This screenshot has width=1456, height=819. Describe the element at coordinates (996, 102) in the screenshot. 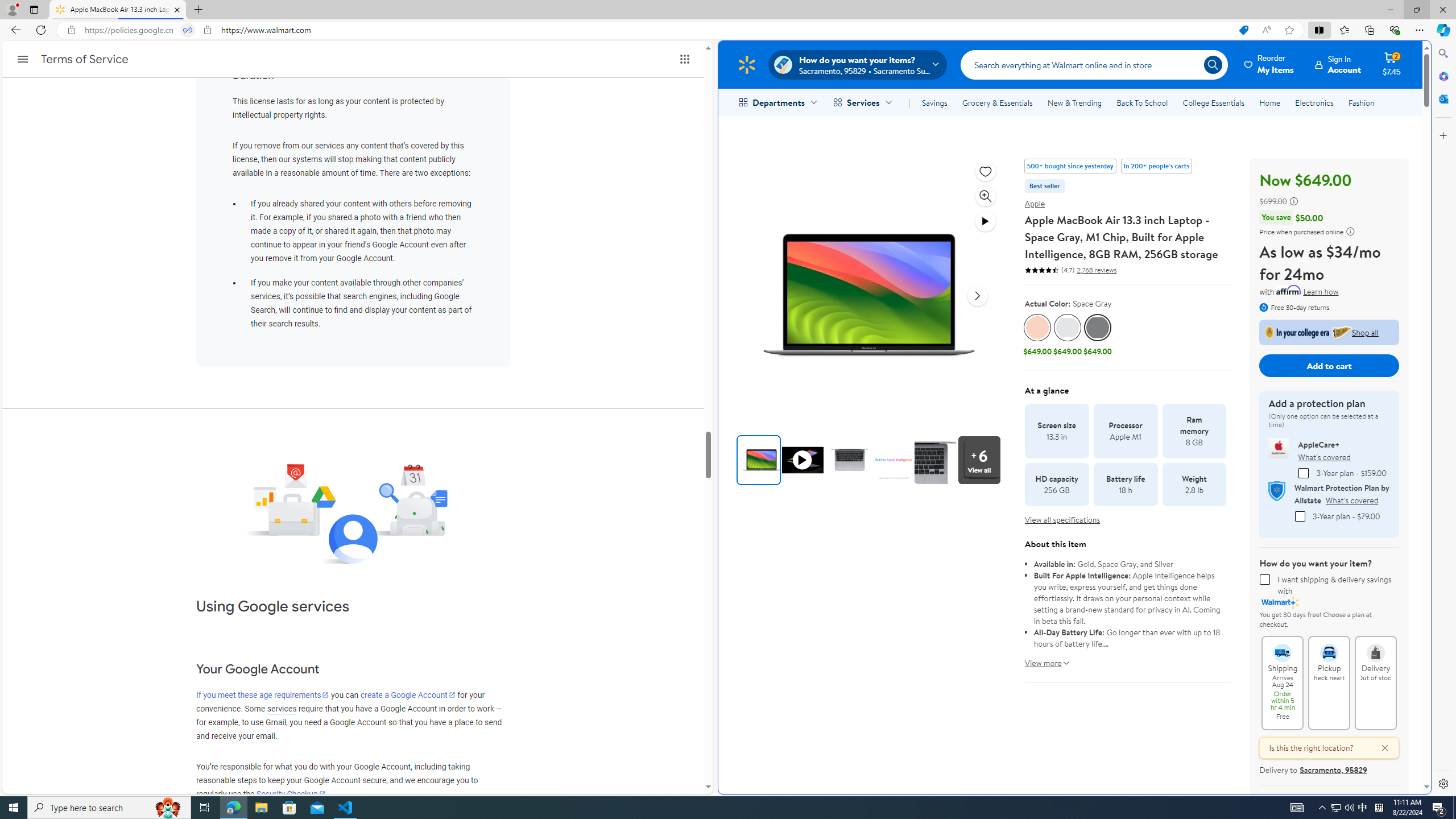

I see `'Grocery & Essentials'` at that location.